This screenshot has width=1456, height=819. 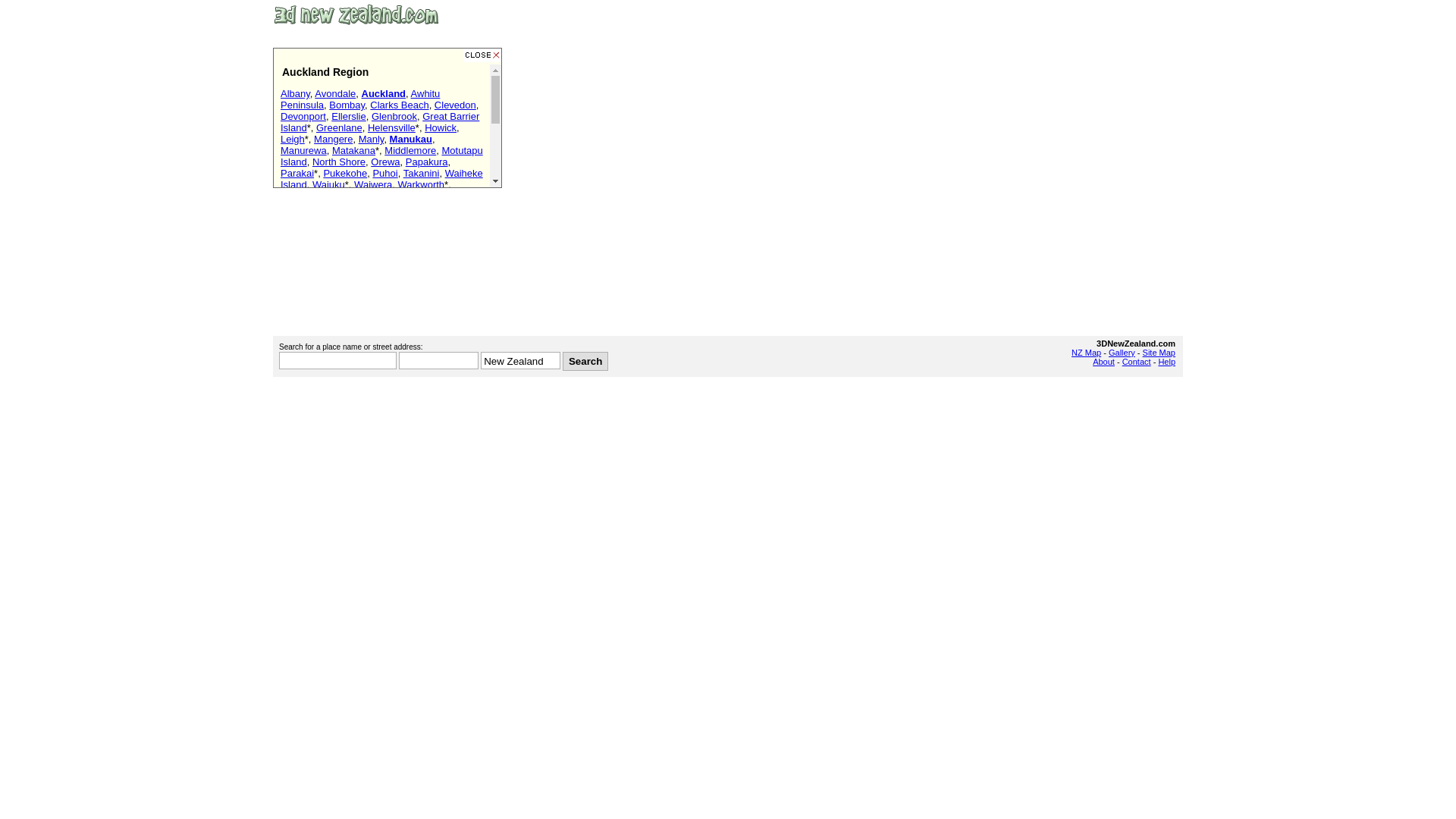 I want to click on 'Albany', so click(x=295, y=93).